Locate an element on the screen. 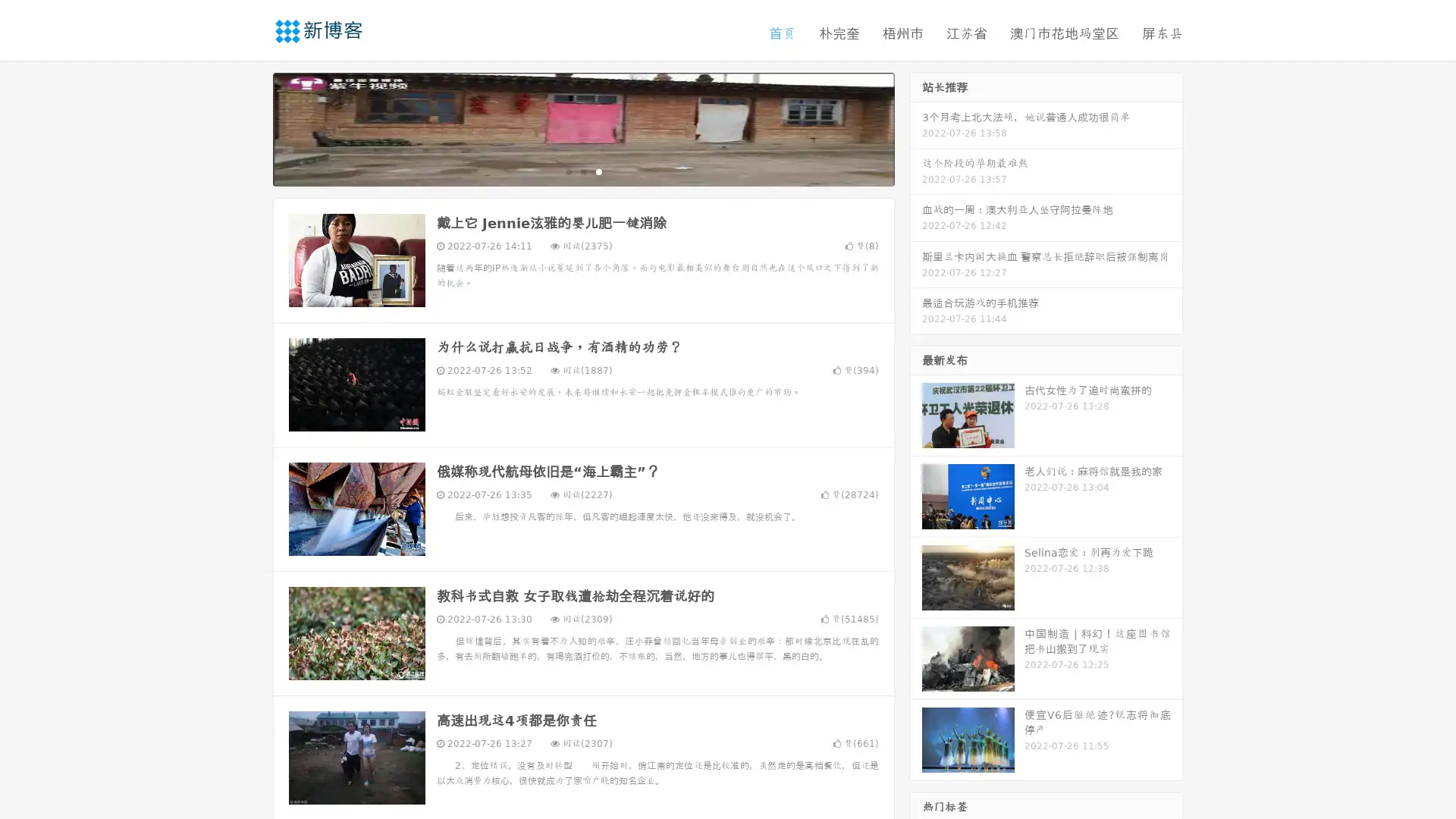  Next slide is located at coordinates (916, 127).